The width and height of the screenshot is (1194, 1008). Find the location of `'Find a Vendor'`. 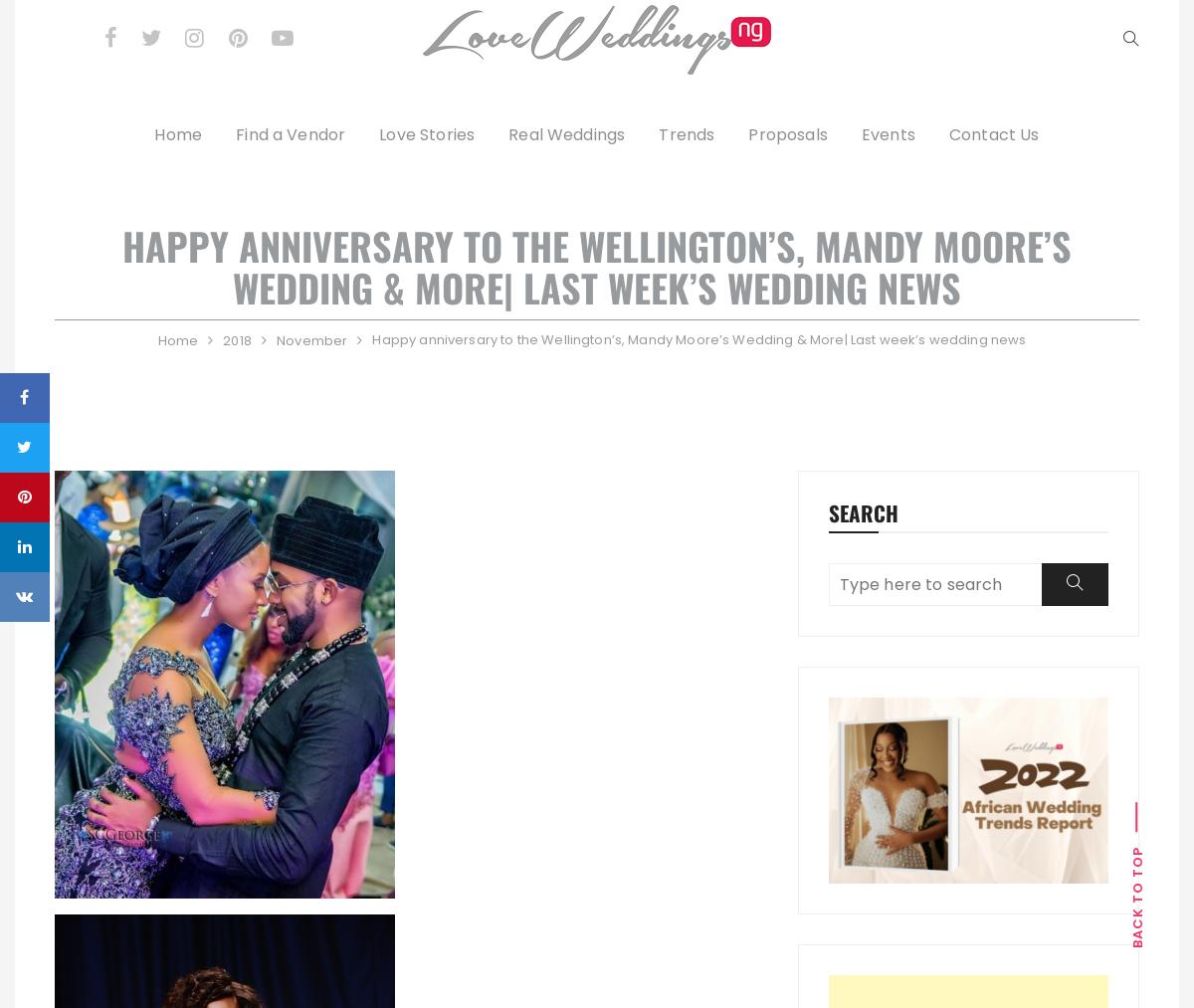

'Find a Vendor' is located at coordinates (289, 134).